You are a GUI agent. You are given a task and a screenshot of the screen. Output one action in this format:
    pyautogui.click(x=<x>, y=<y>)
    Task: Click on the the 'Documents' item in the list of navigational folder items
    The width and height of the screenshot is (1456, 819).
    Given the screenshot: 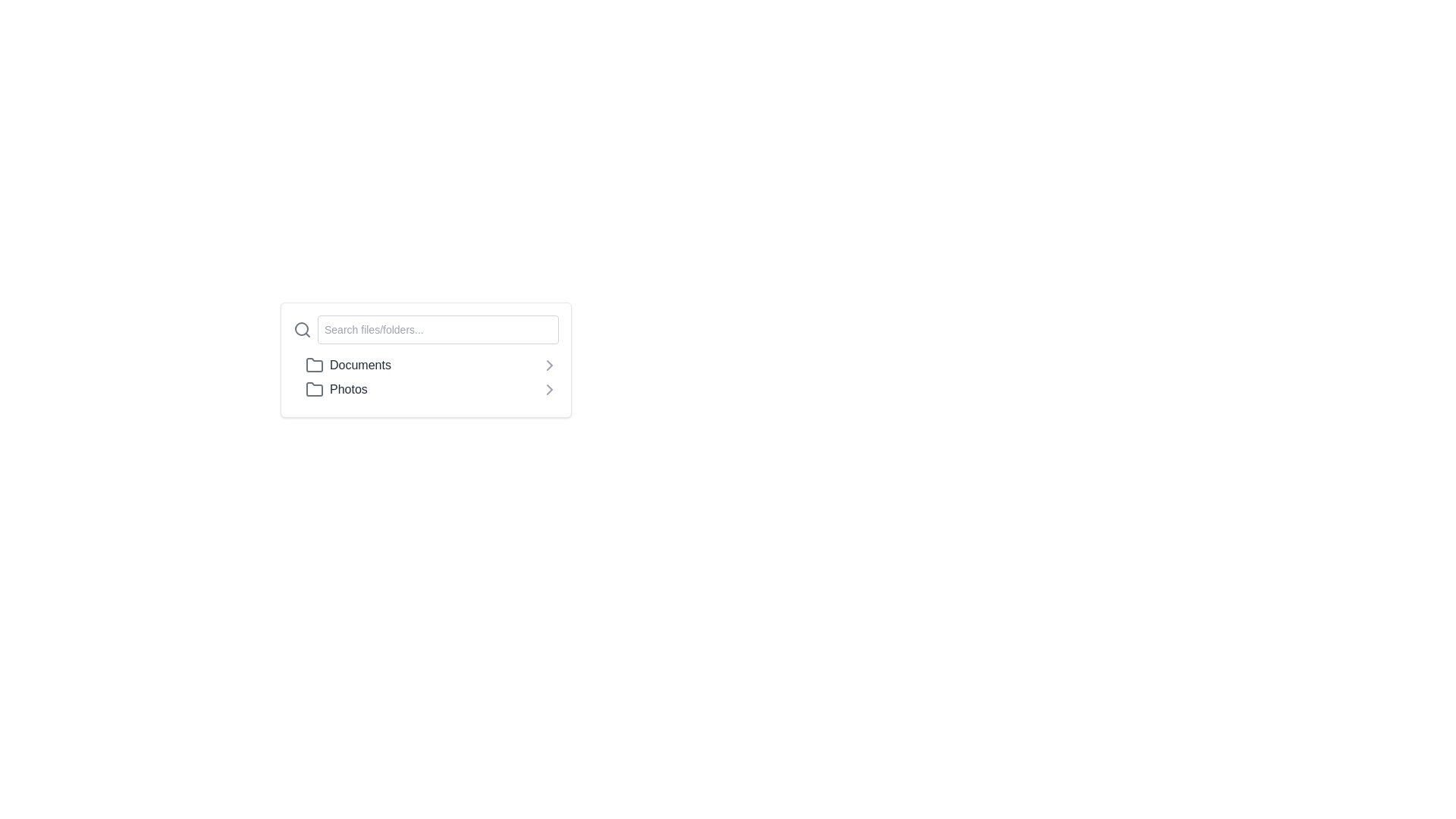 What is the action you would take?
    pyautogui.click(x=425, y=376)
    